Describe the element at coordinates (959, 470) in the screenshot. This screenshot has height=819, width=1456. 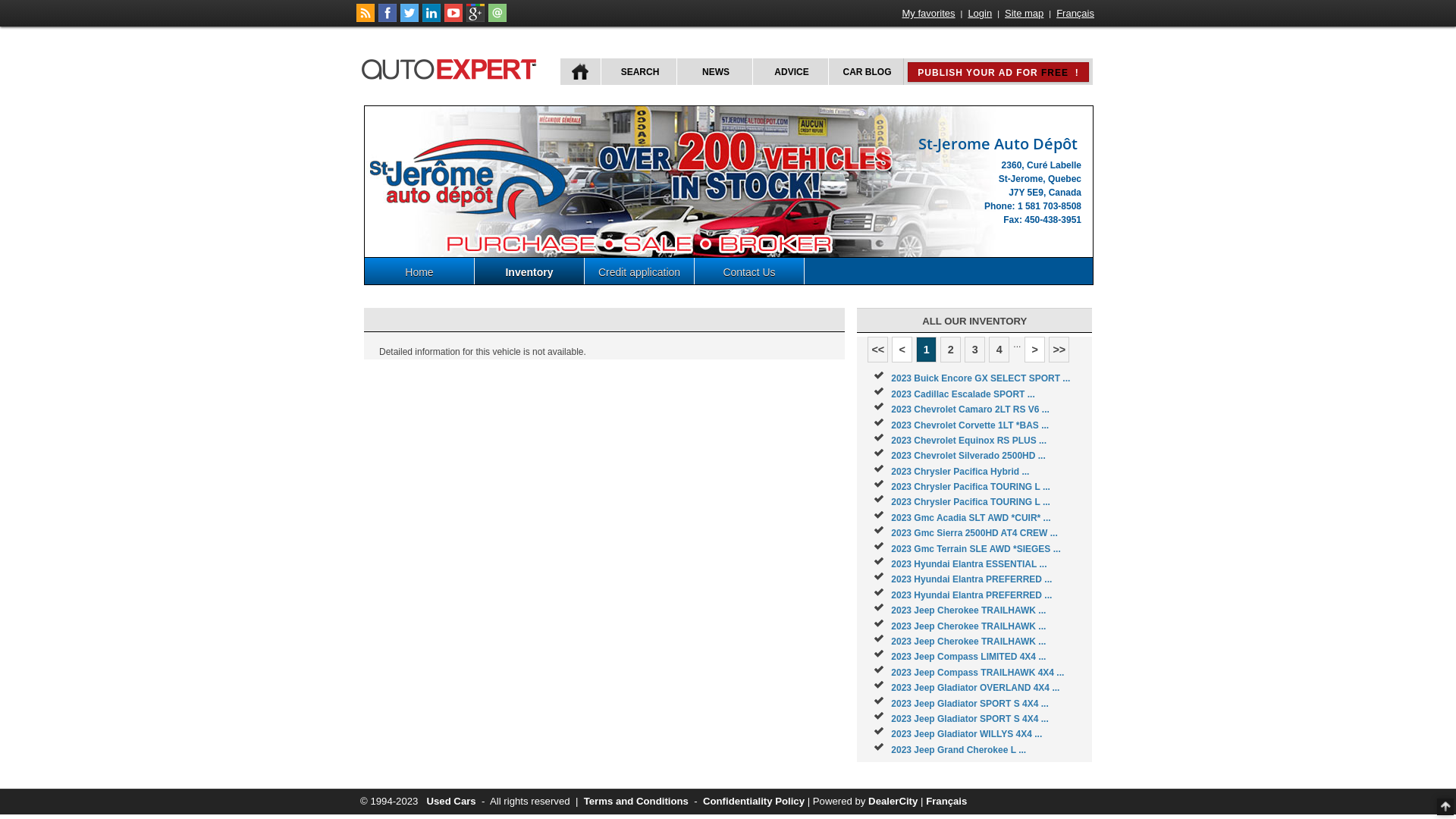
I see `'2023 Chrysler Pacifica Hybrid ...'` at that location.